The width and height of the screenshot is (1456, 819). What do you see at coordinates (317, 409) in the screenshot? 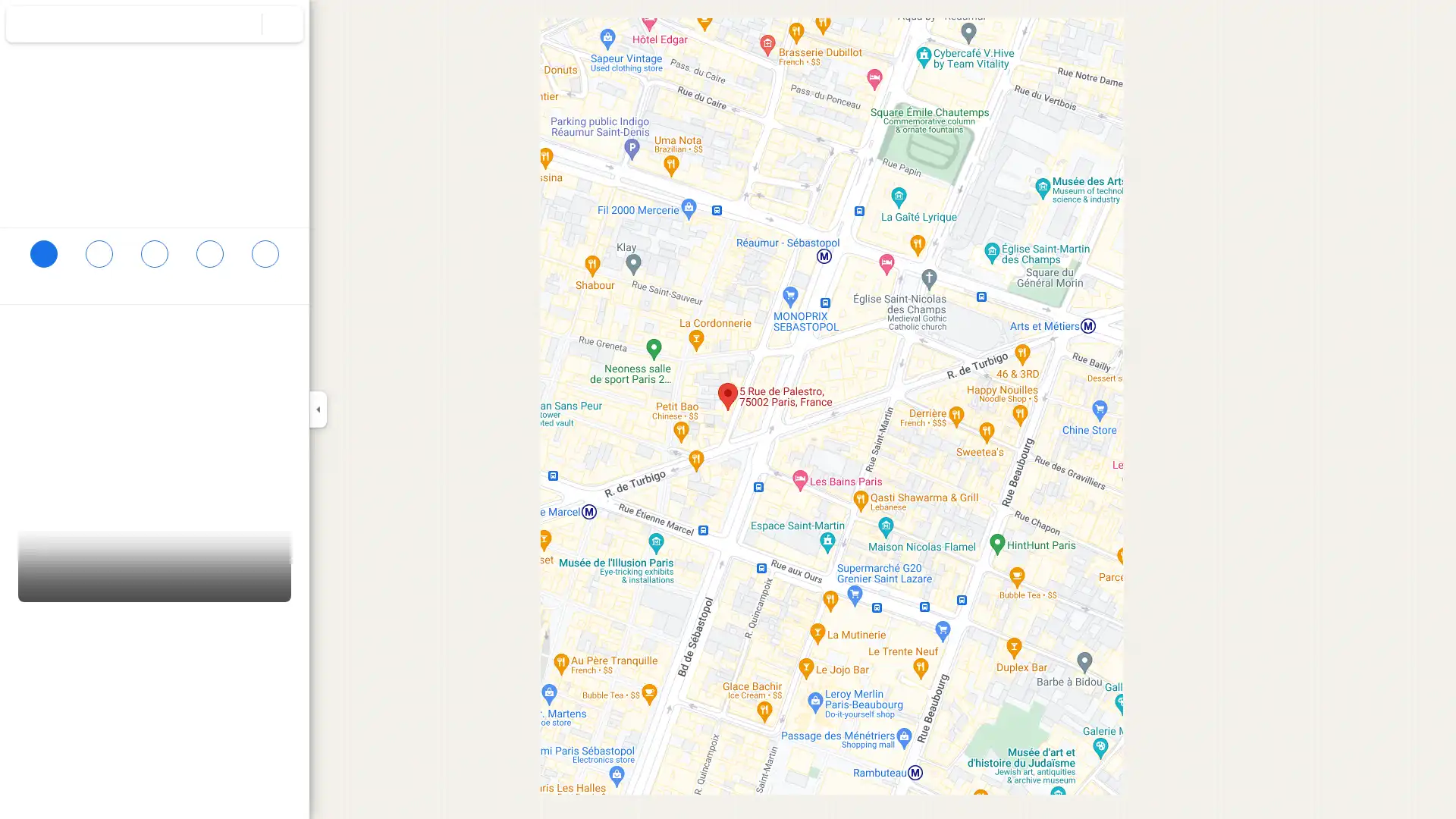
I see `Collapse side panel` at bounding box center [317, 409].